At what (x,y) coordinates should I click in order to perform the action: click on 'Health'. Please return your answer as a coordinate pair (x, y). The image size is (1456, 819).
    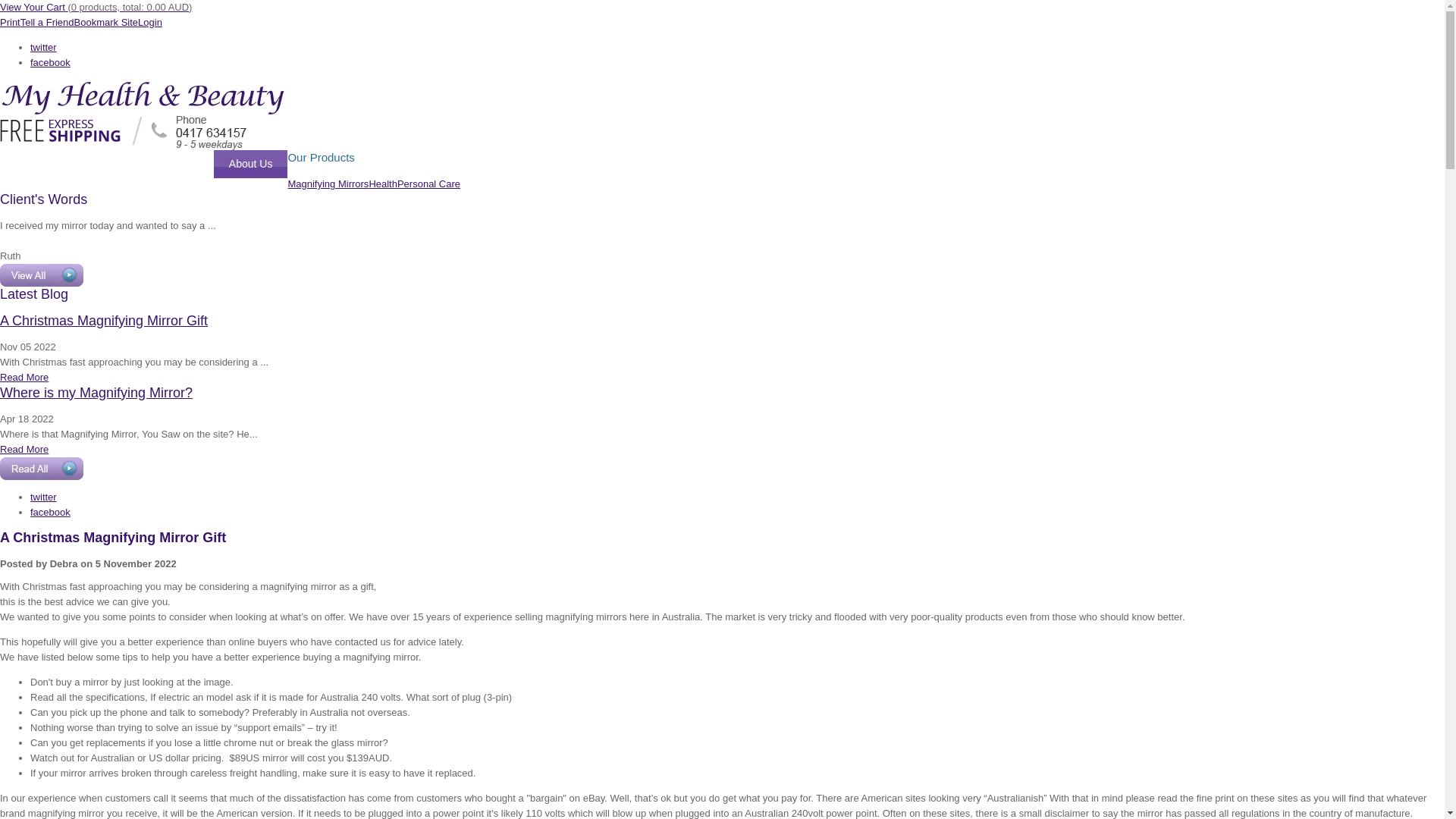
    Looking at the image, I should click on (382, 183).